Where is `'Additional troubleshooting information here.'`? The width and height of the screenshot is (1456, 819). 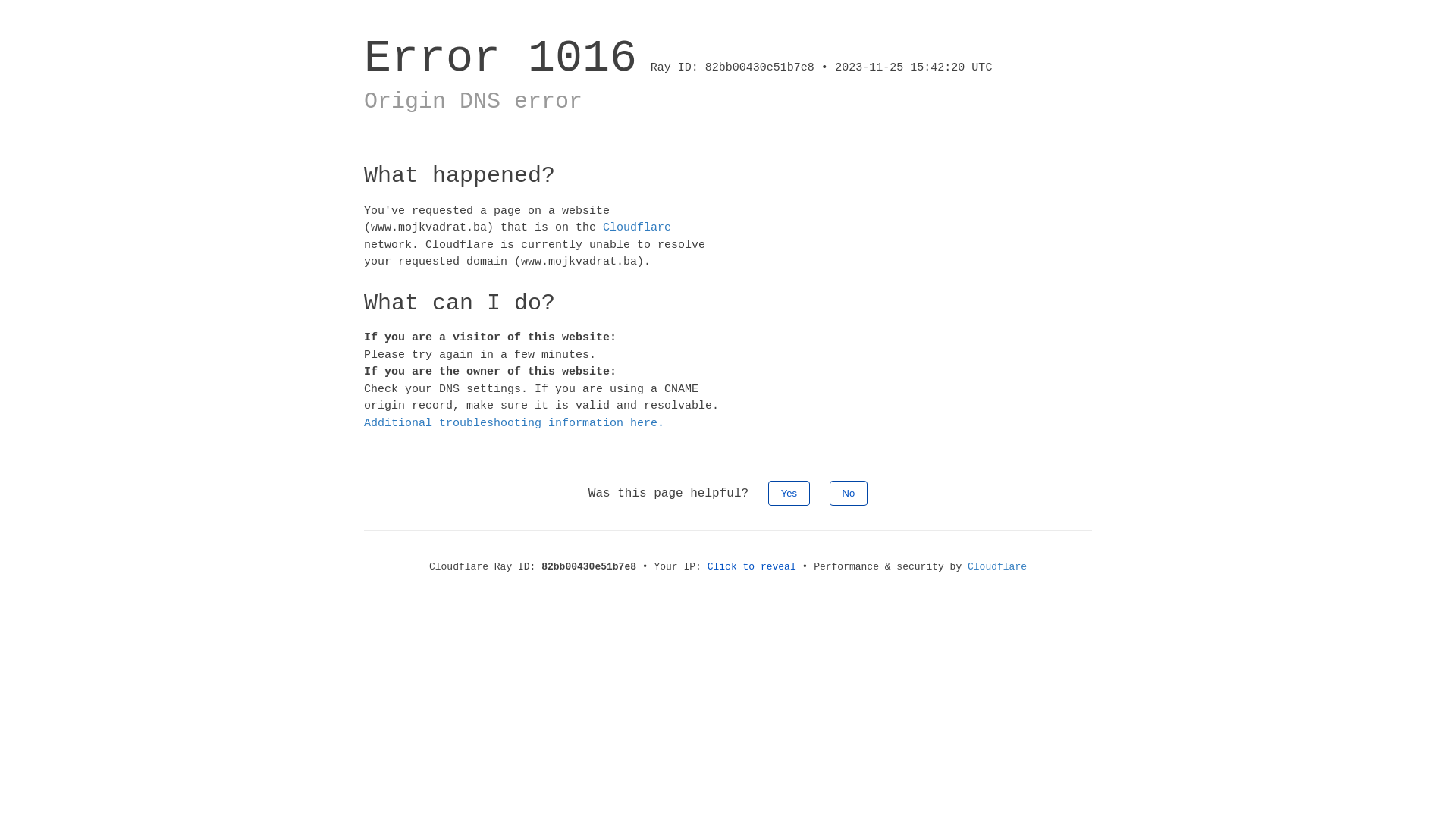 'Additional troubleshooting information here.' is located at coordinates (513, 423).